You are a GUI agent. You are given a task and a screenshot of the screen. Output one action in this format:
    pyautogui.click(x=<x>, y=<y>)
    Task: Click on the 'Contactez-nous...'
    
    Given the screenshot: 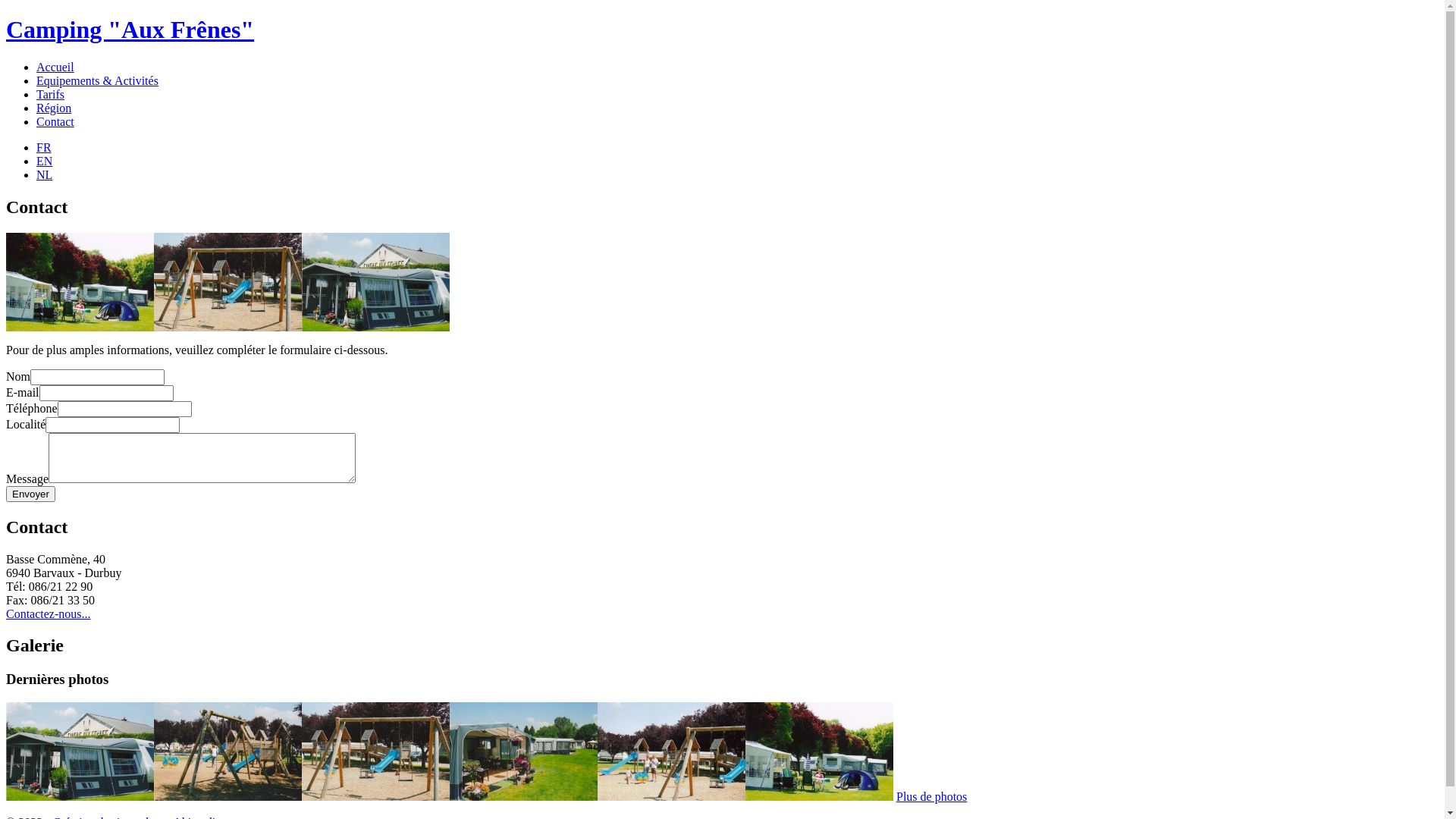 What is the action you would take?
    pyautogui.click(x=48, y=612)
    